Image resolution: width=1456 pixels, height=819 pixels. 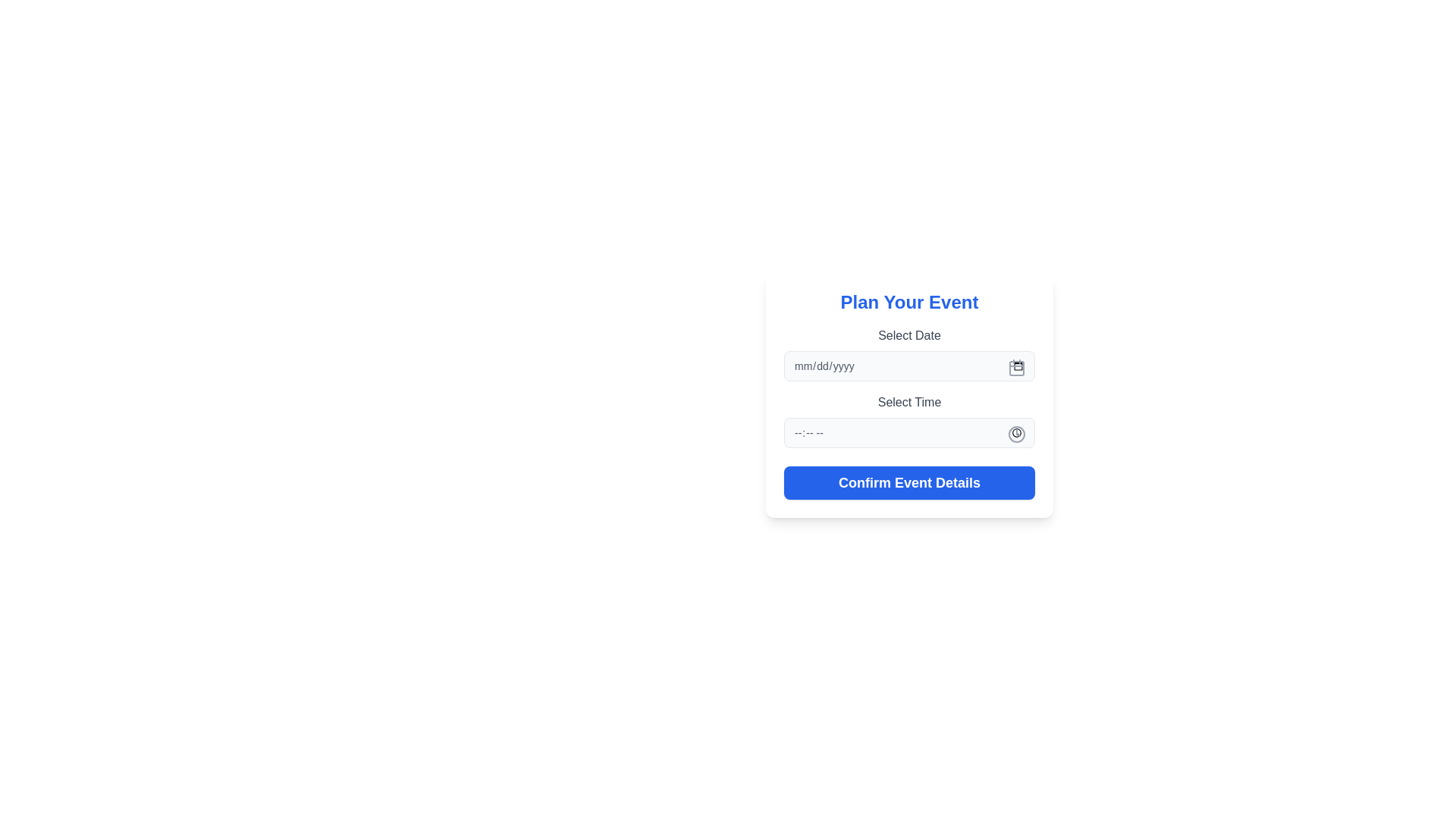 What do you see at coordinates (909, 302) in the screenshot?
I see `the heading text 'Plan Your Event', which is styled with a bold font and blue color, positioned at the top of a card interface` at bounding box center [909, 302].